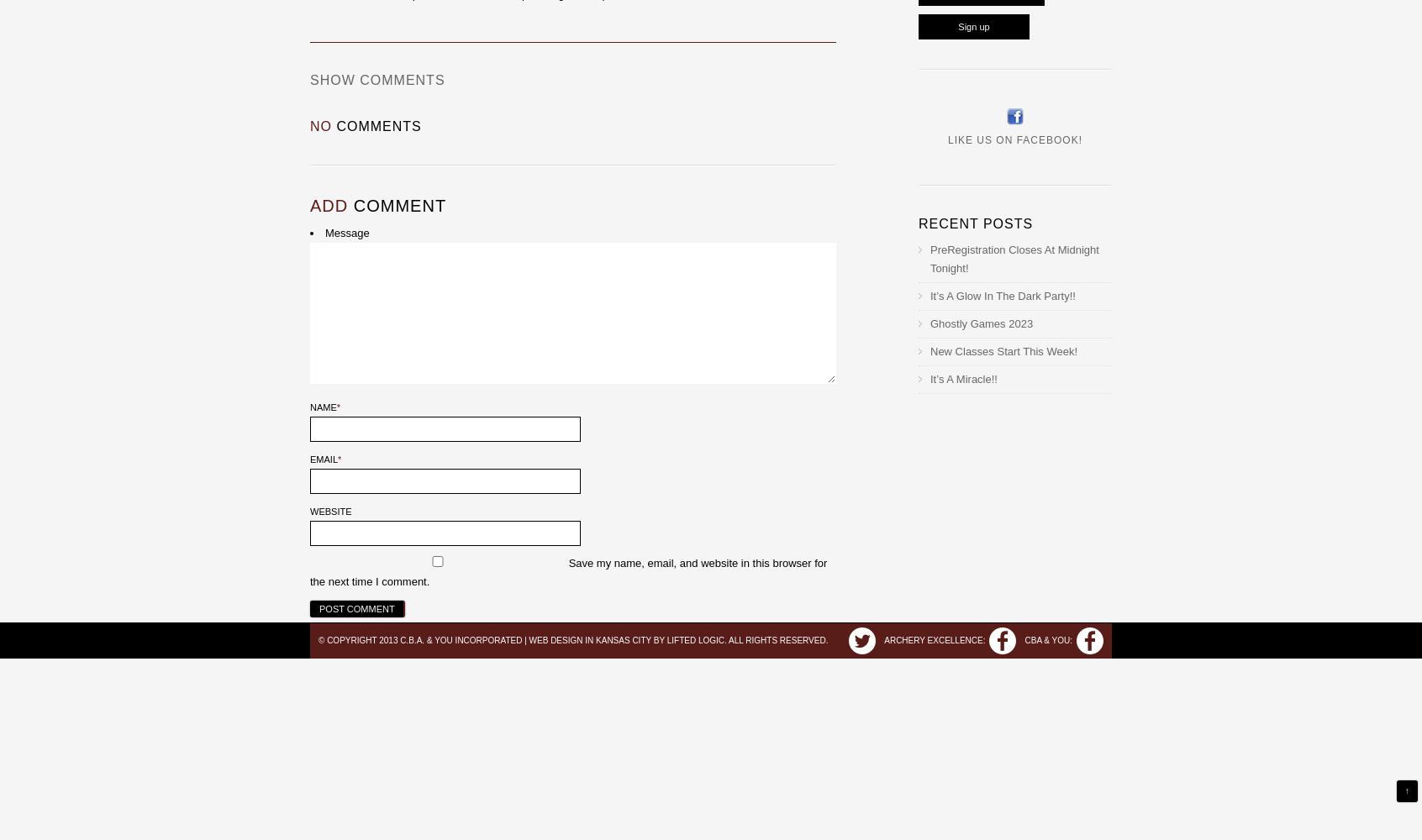 This screenshot has width=1422, height=840. Describe the element at coordinates (1002, 295) in the screenshot. I see `'It’s A Glow In The Dark Party!!'` at that location.